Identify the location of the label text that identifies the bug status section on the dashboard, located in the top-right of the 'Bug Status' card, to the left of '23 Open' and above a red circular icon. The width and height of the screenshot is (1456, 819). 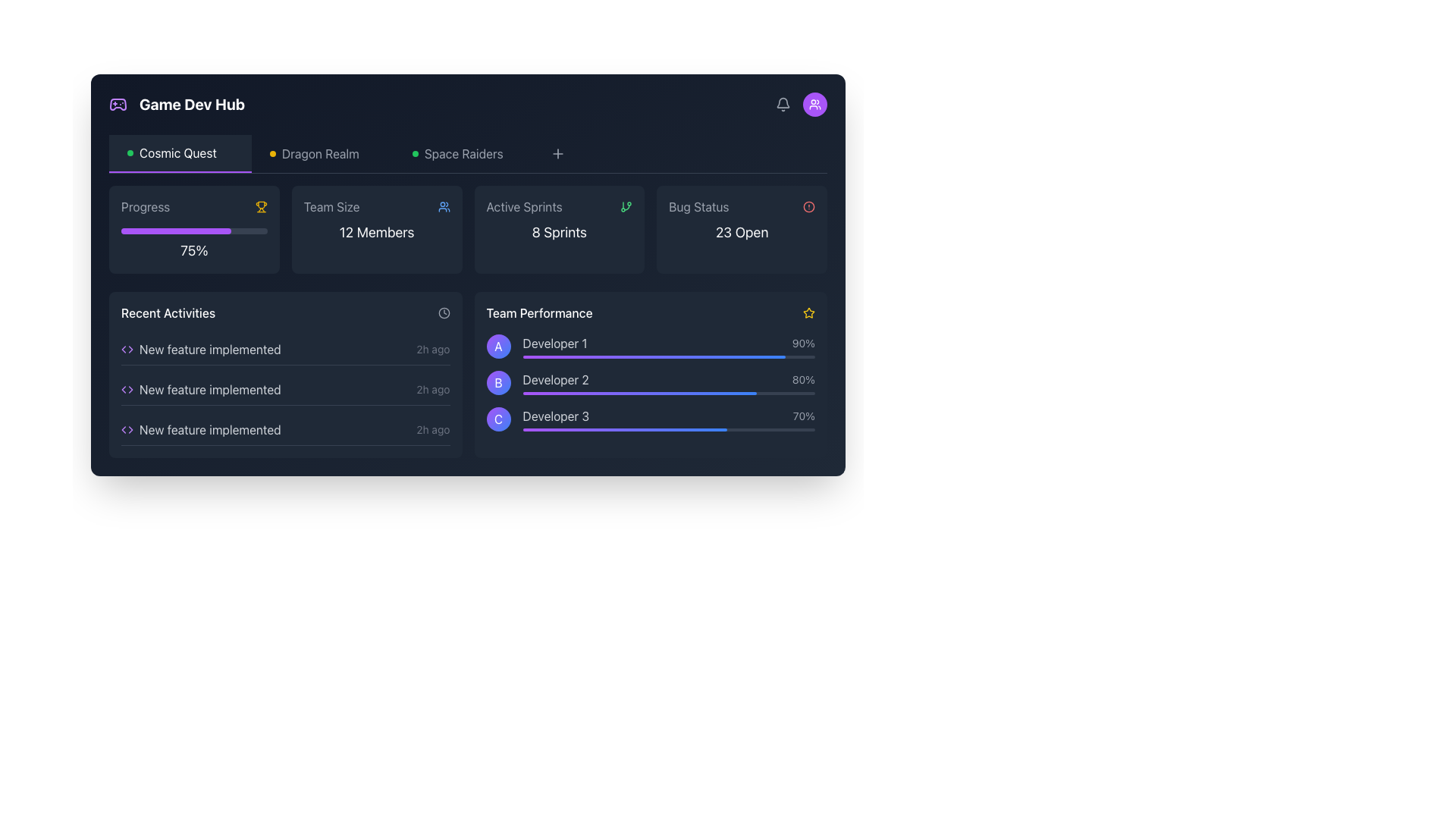
(698, 207).